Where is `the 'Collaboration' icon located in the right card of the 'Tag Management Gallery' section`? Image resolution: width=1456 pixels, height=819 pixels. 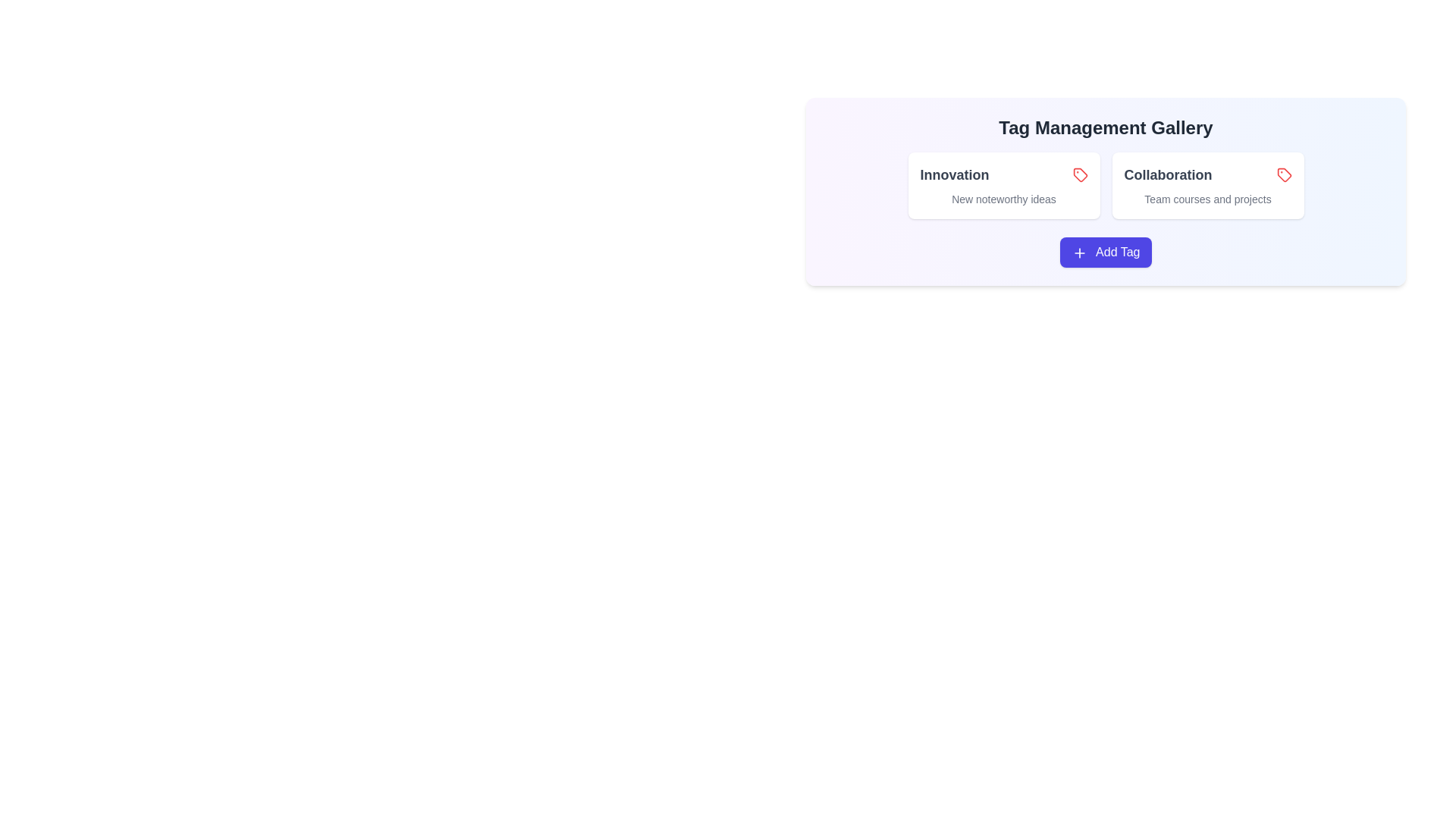 the 'Collaboration' icon located in the right card of the 'Tag Management Gallery' section is located at coordinates (1283, 174).